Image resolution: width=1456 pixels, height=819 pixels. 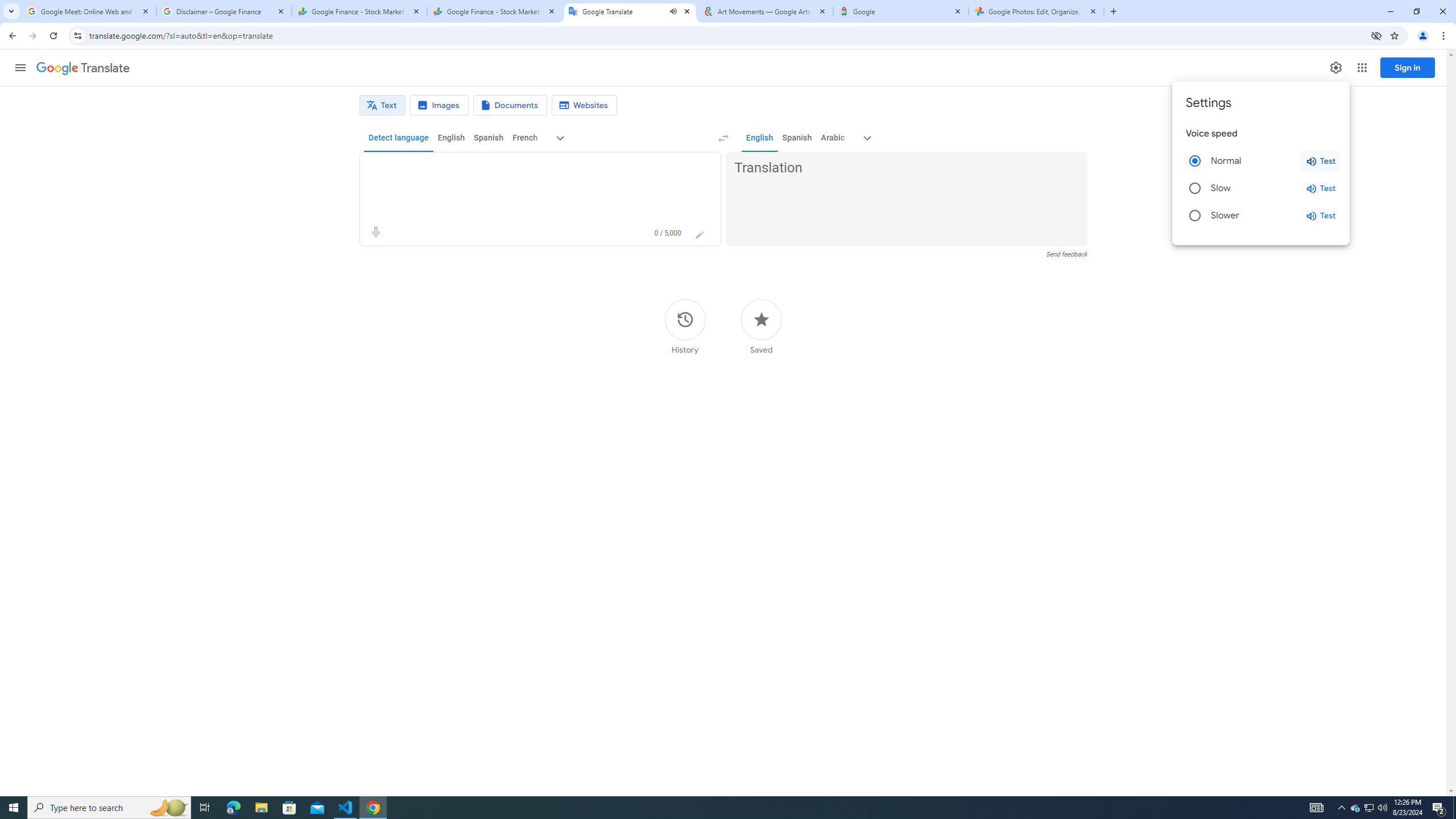 I want to click on 'Arabic', so click(x=832, y=137).